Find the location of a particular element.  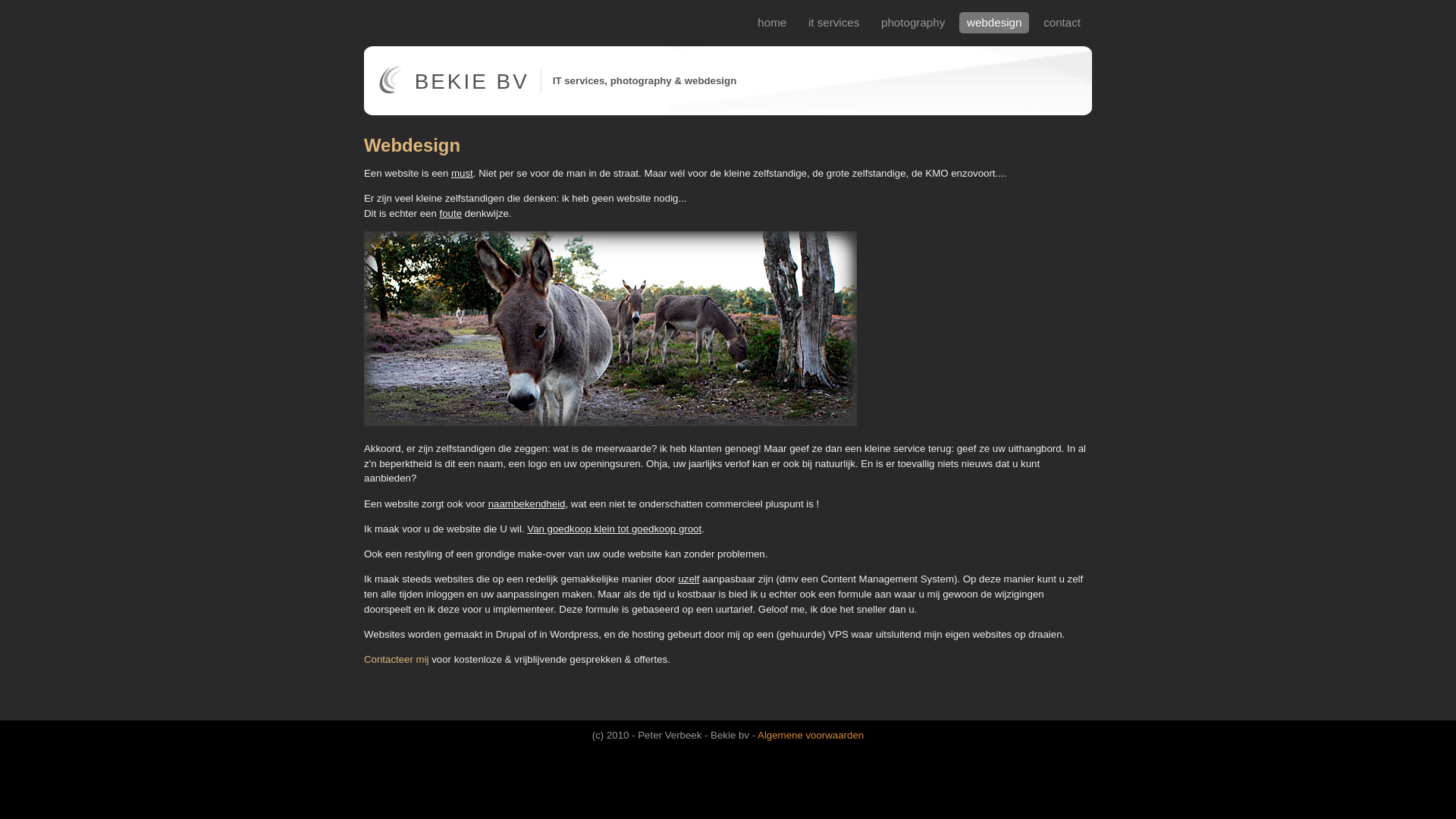

'webdesign' is located at coordinates (996, 22).